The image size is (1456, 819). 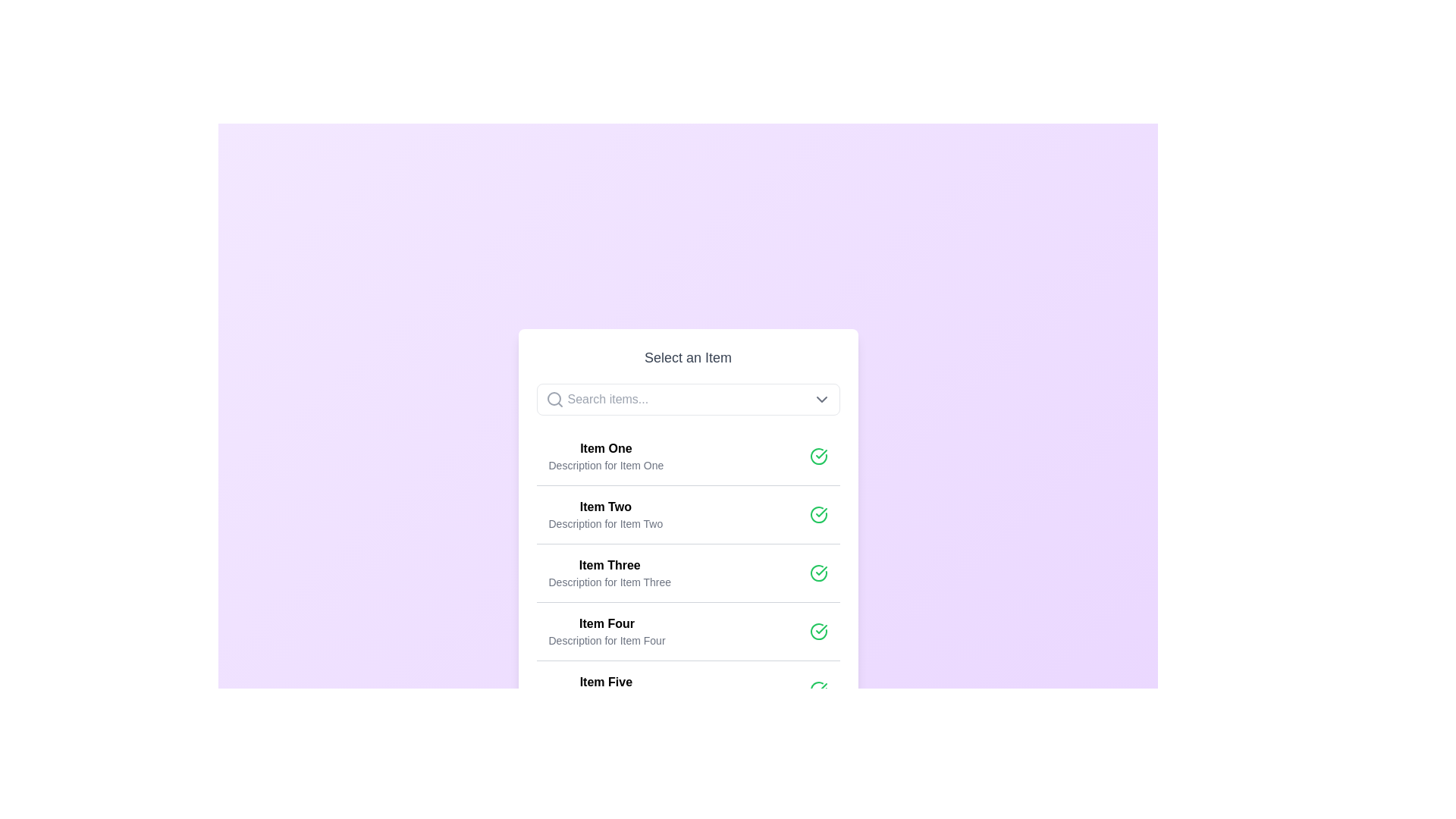 I want to click on the text element displaying 'Description for Item One', which is a small gray font located directly beneath the bold title 'Item One' in the central white panel, so click(x=605, y=464).